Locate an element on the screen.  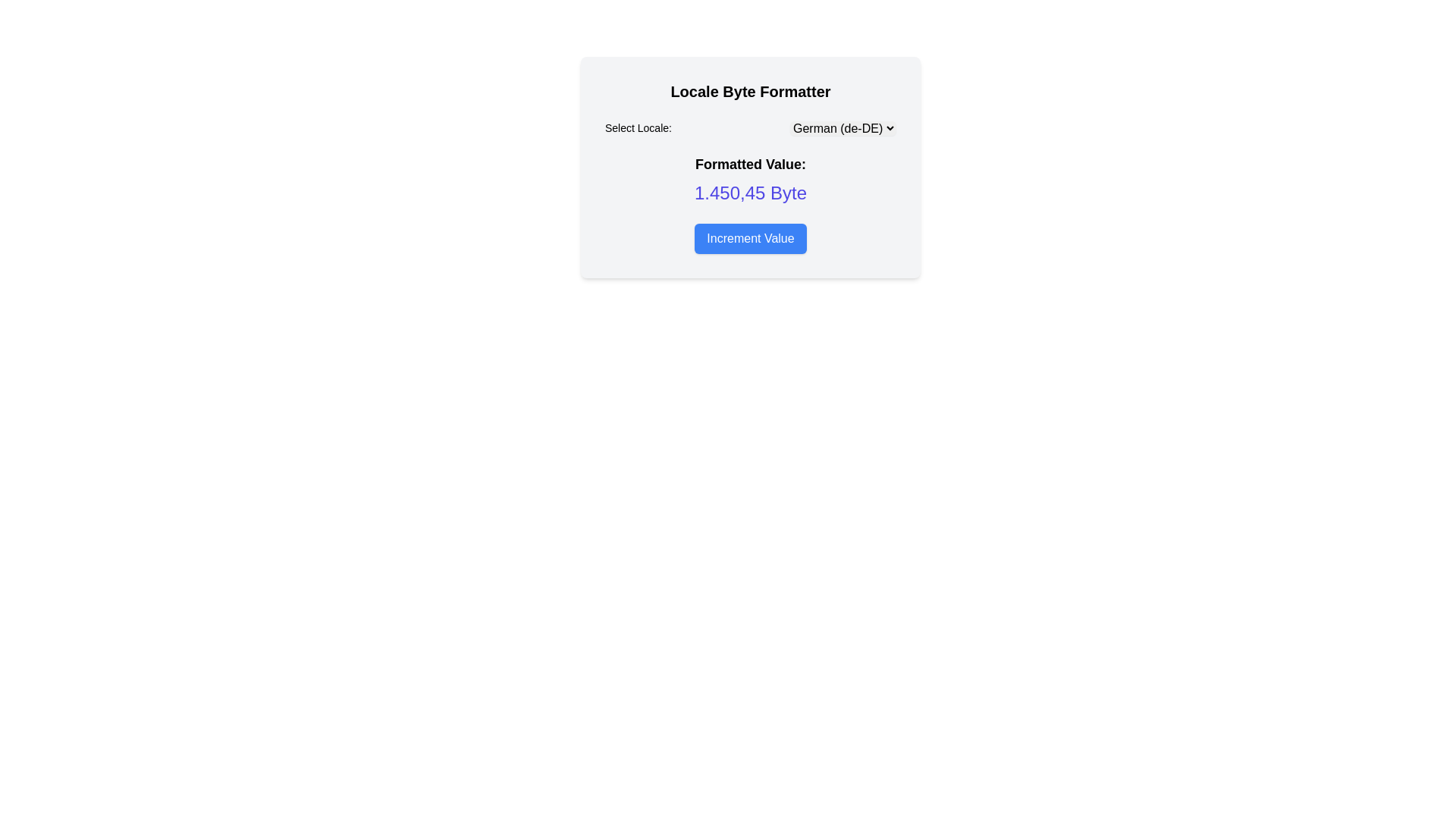
the label displaying 'Formatted Value:' which is located above the numeric value '1.450,45 Byte' is located at coordinates (750, 164).